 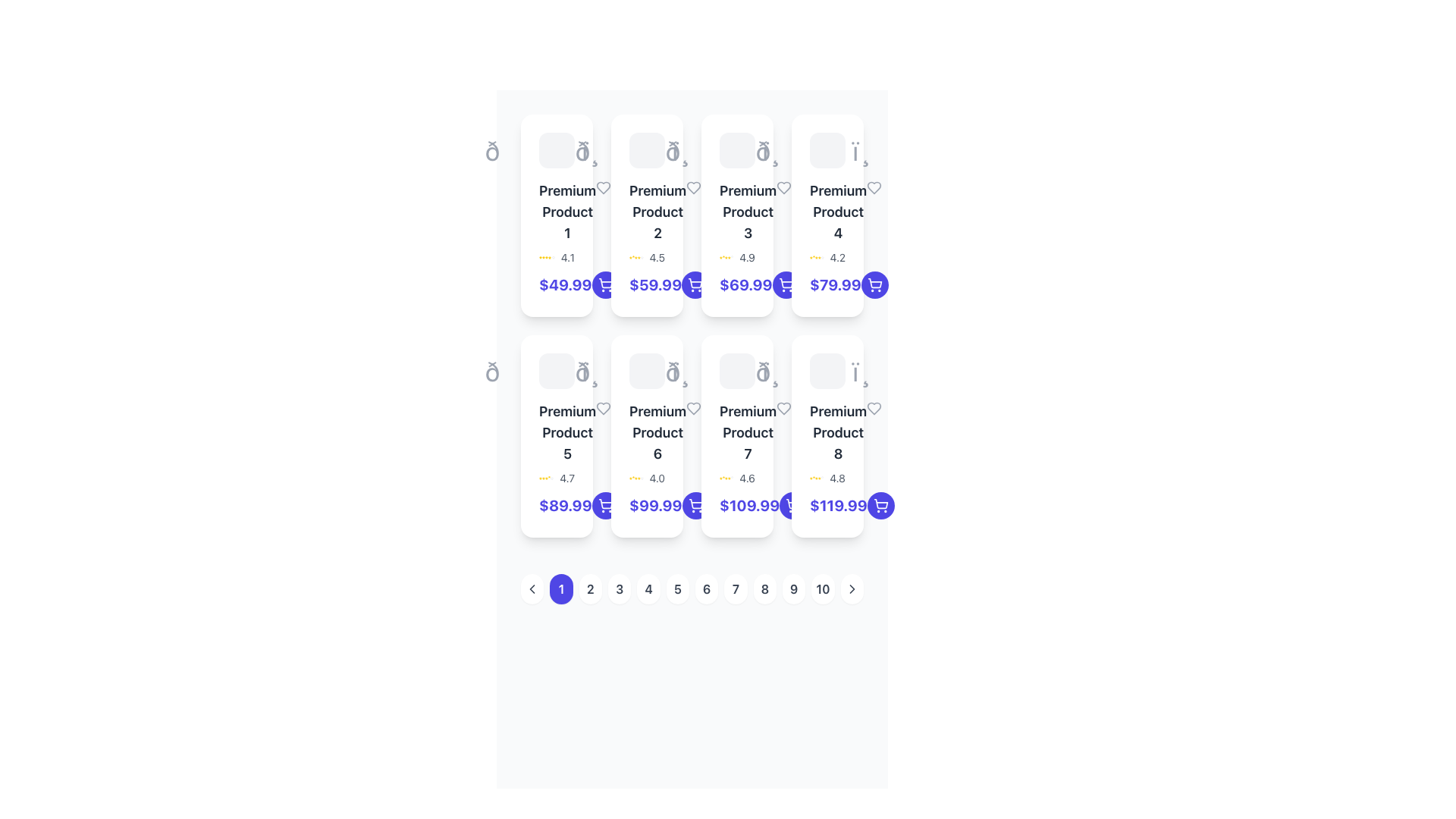 What do you see at coordinates (693, 187) in the screenshot?
I see `the heart icon to mark 'Premium Product 2' as a favorite, located to the right of the product name in the second card of the product list` at bounding box center [693, 187].